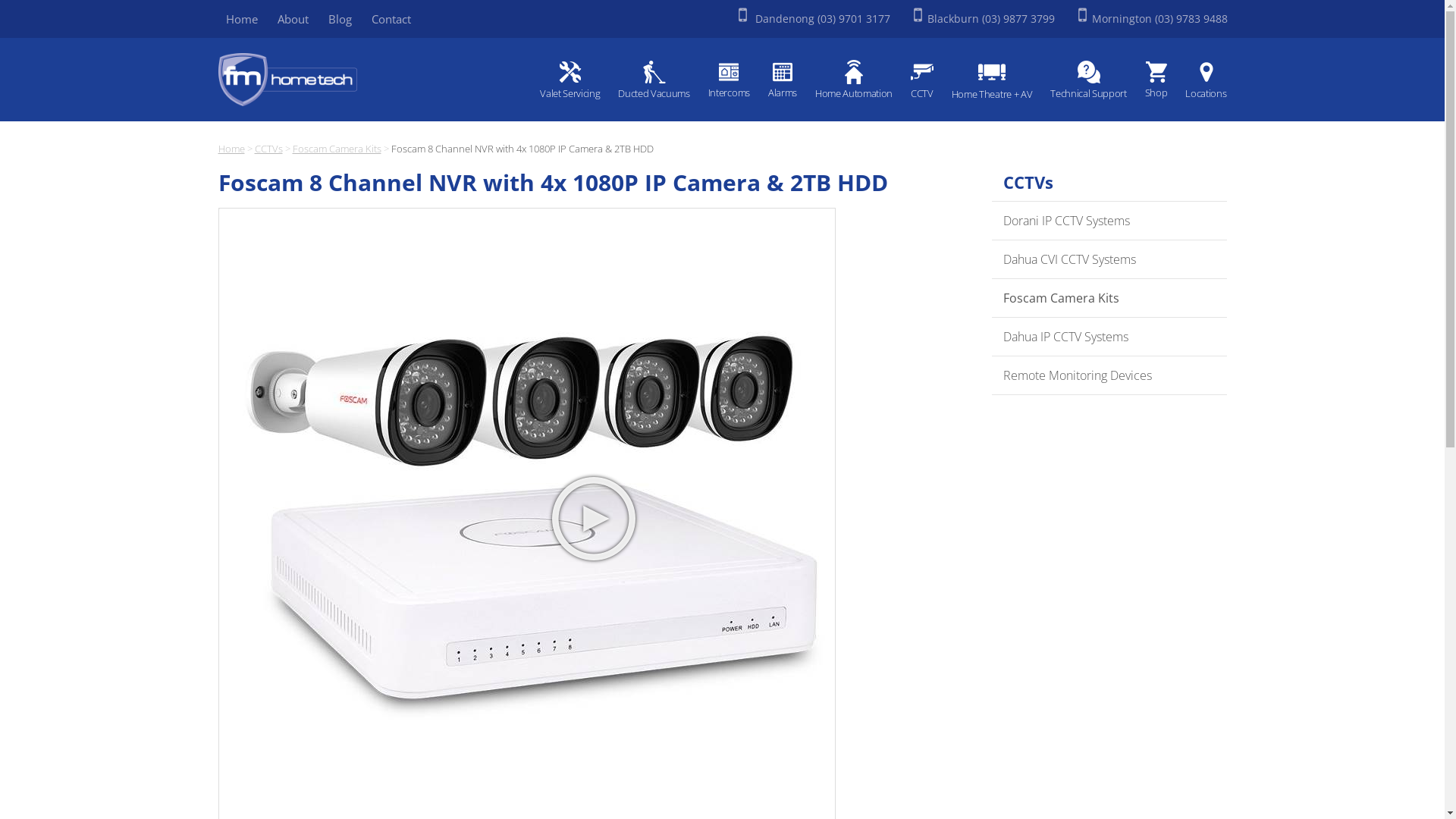  I want to click on 'Home Automation', so click(854, 81).